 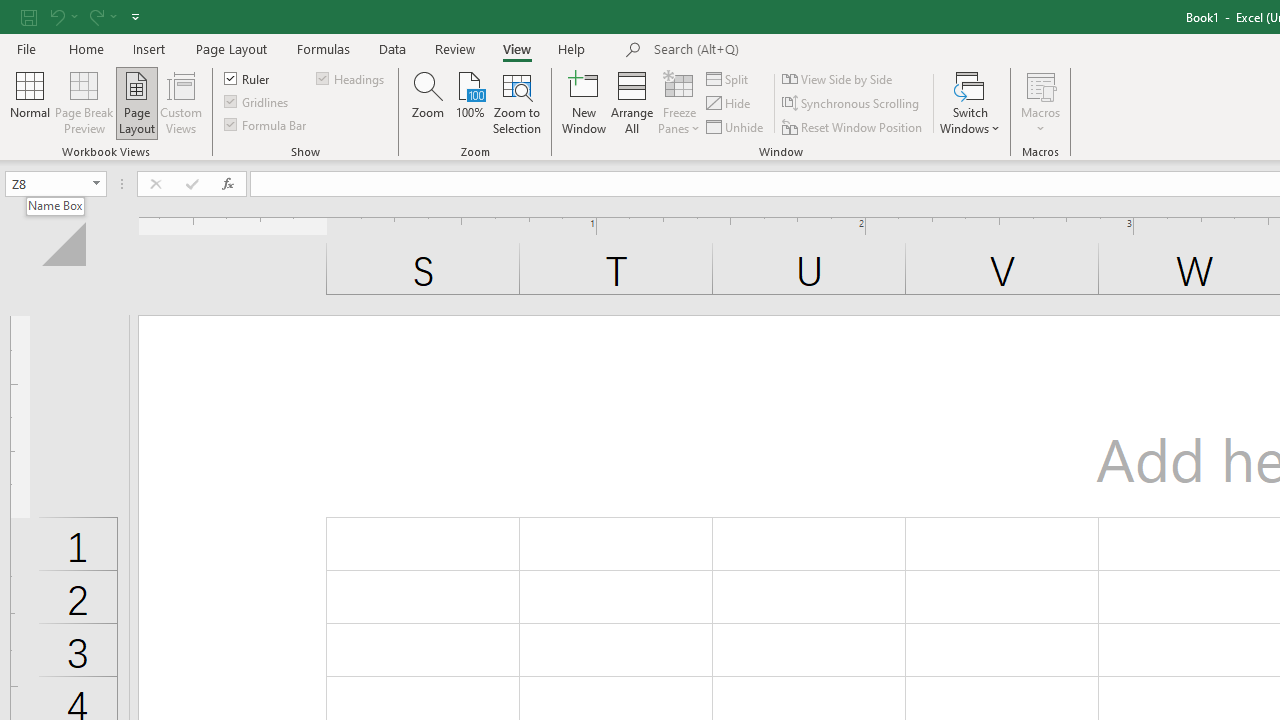 I want to click on 'Zoom...', so click(x=427, y=103).